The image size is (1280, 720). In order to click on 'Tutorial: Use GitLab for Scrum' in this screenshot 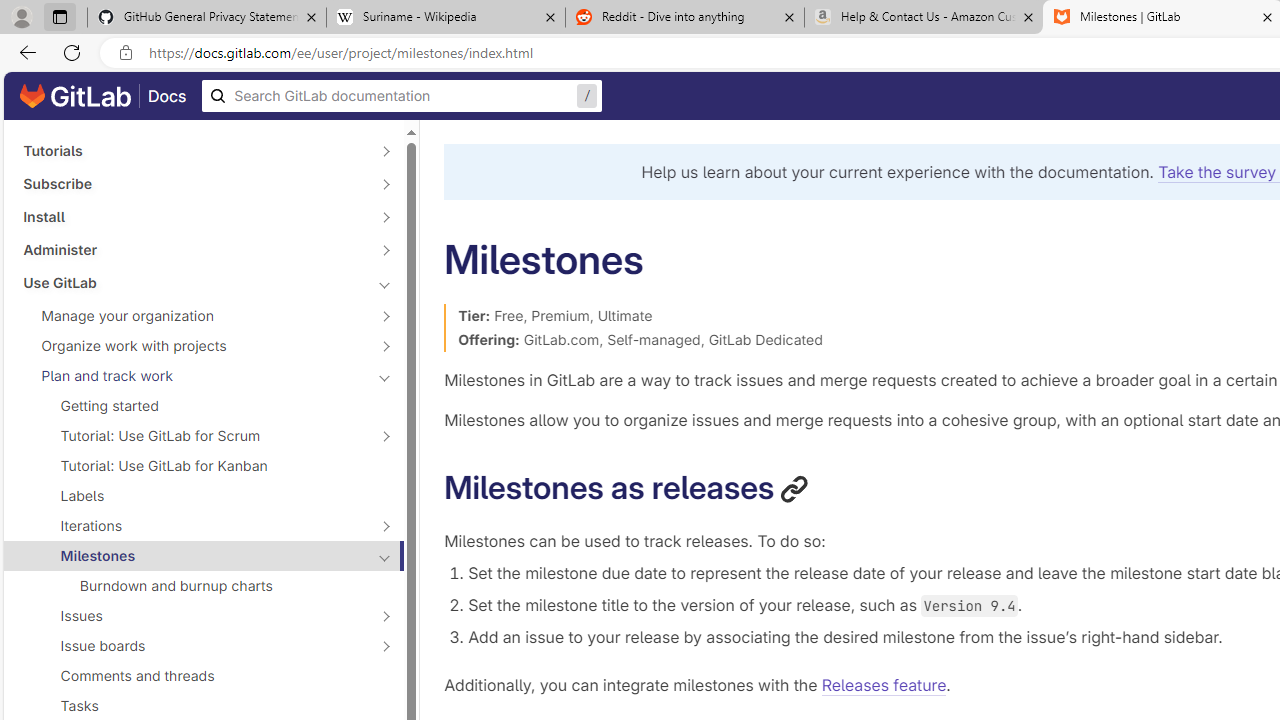, I will do `click(192, 434)`.